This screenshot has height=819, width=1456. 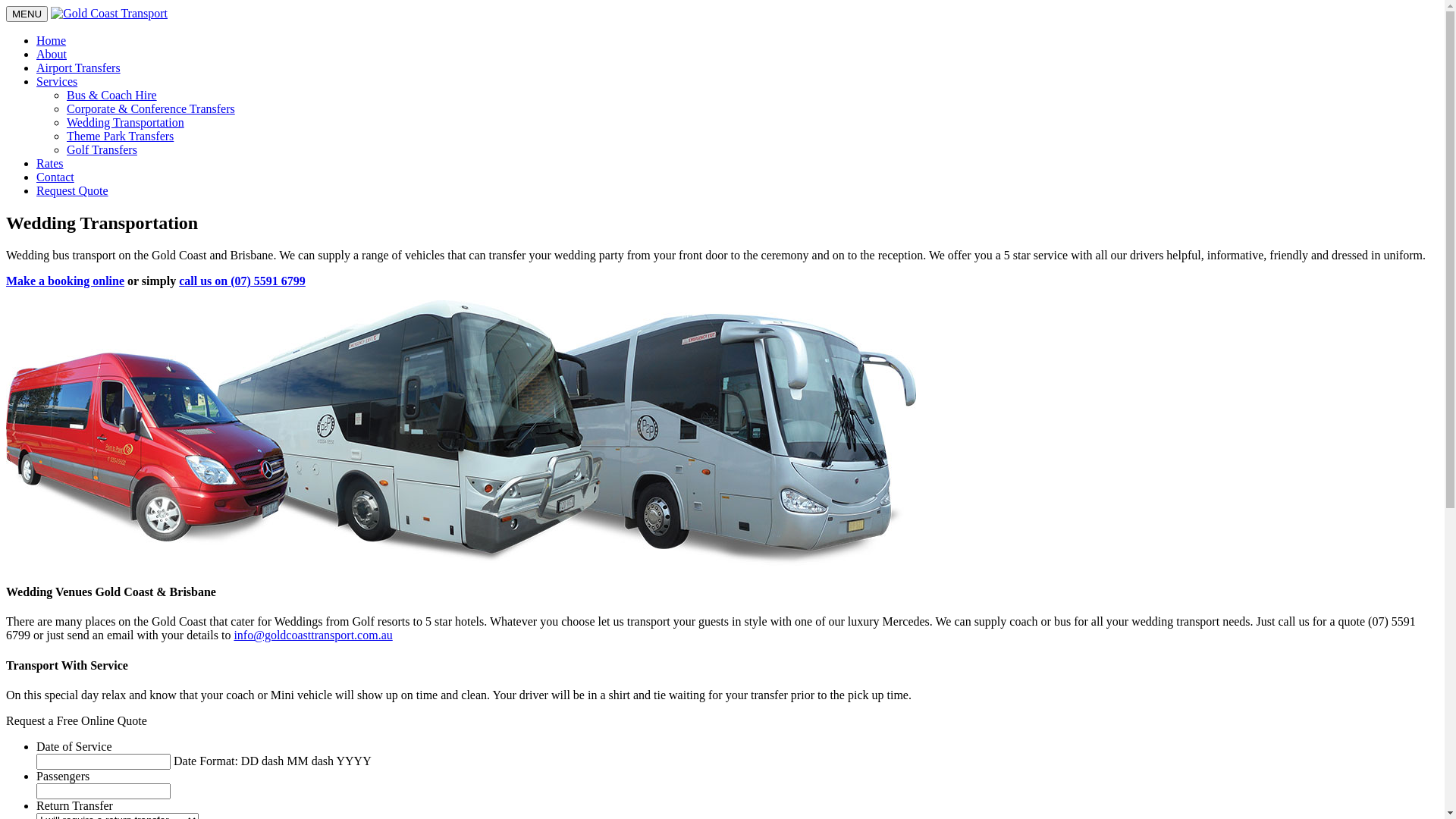 What do you see at coordinates (57, 81) in the screenshot?
I see `'Services'` at bounding box center [57, 81].